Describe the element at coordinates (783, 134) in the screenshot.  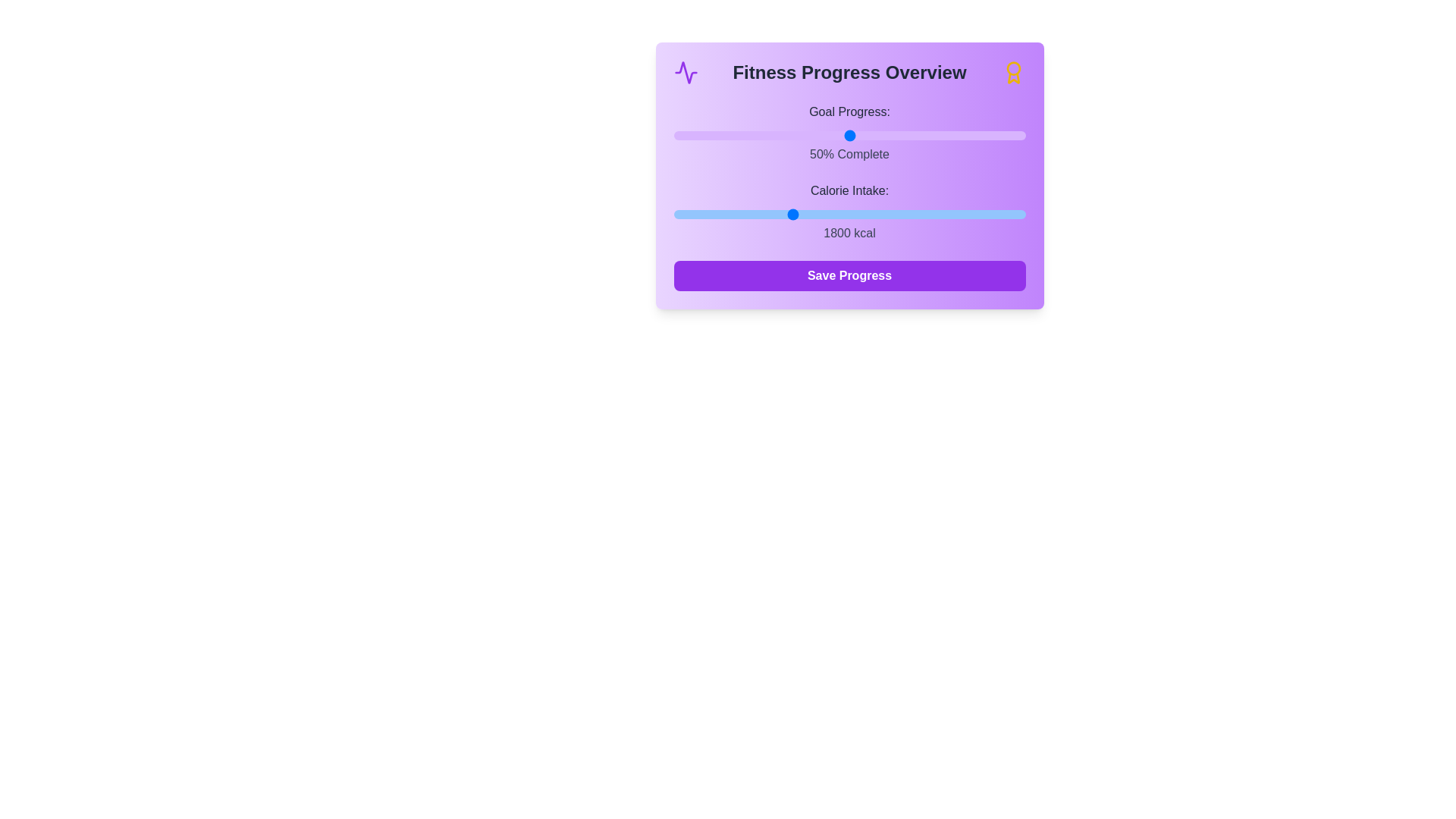
I see `progress` at that location.